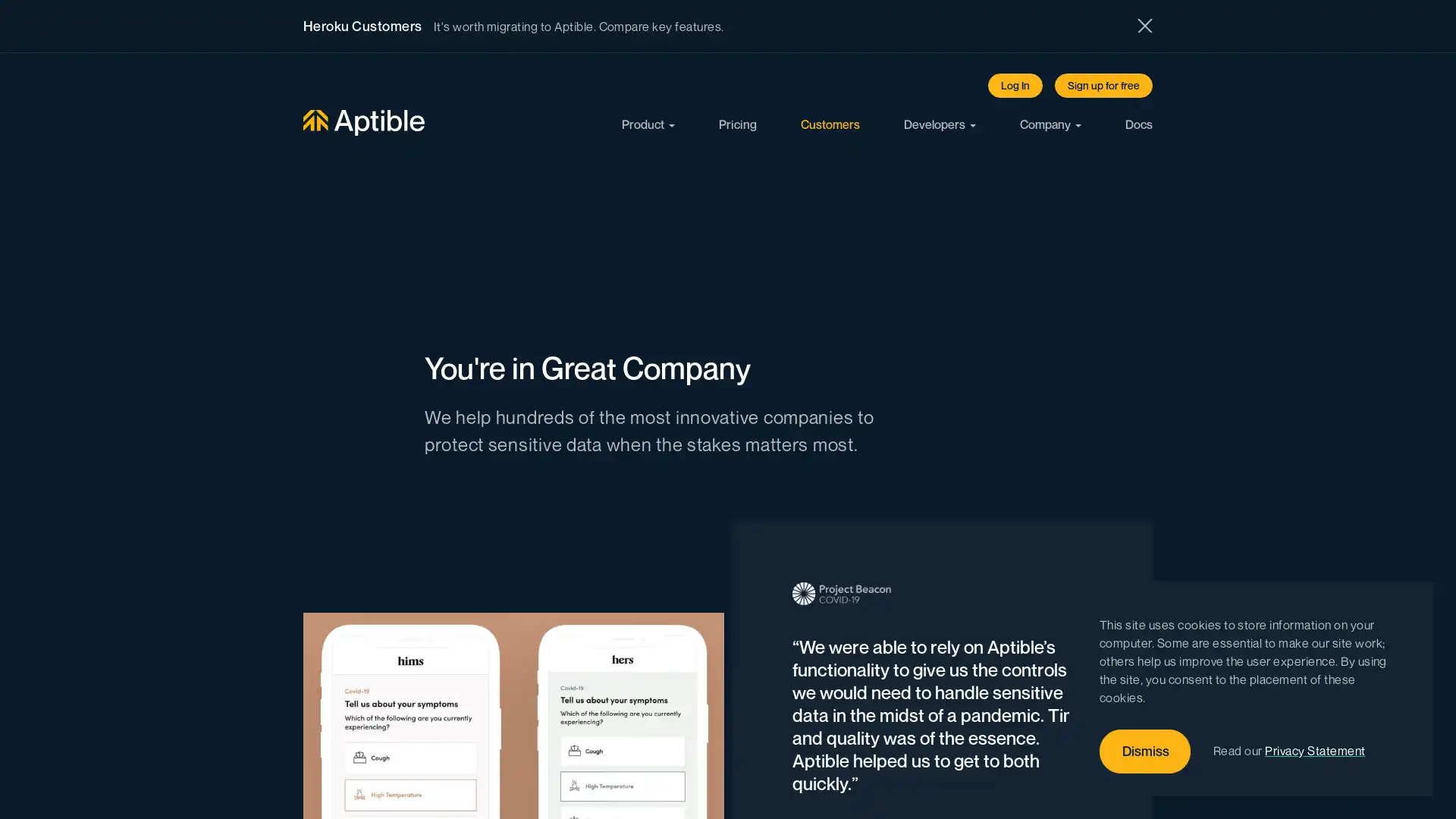 The width and height of the screenshot is (1456, 819). Describe the element at coordinates (1103, 85) in the screenshot. I see `Sign up for free` at that location.